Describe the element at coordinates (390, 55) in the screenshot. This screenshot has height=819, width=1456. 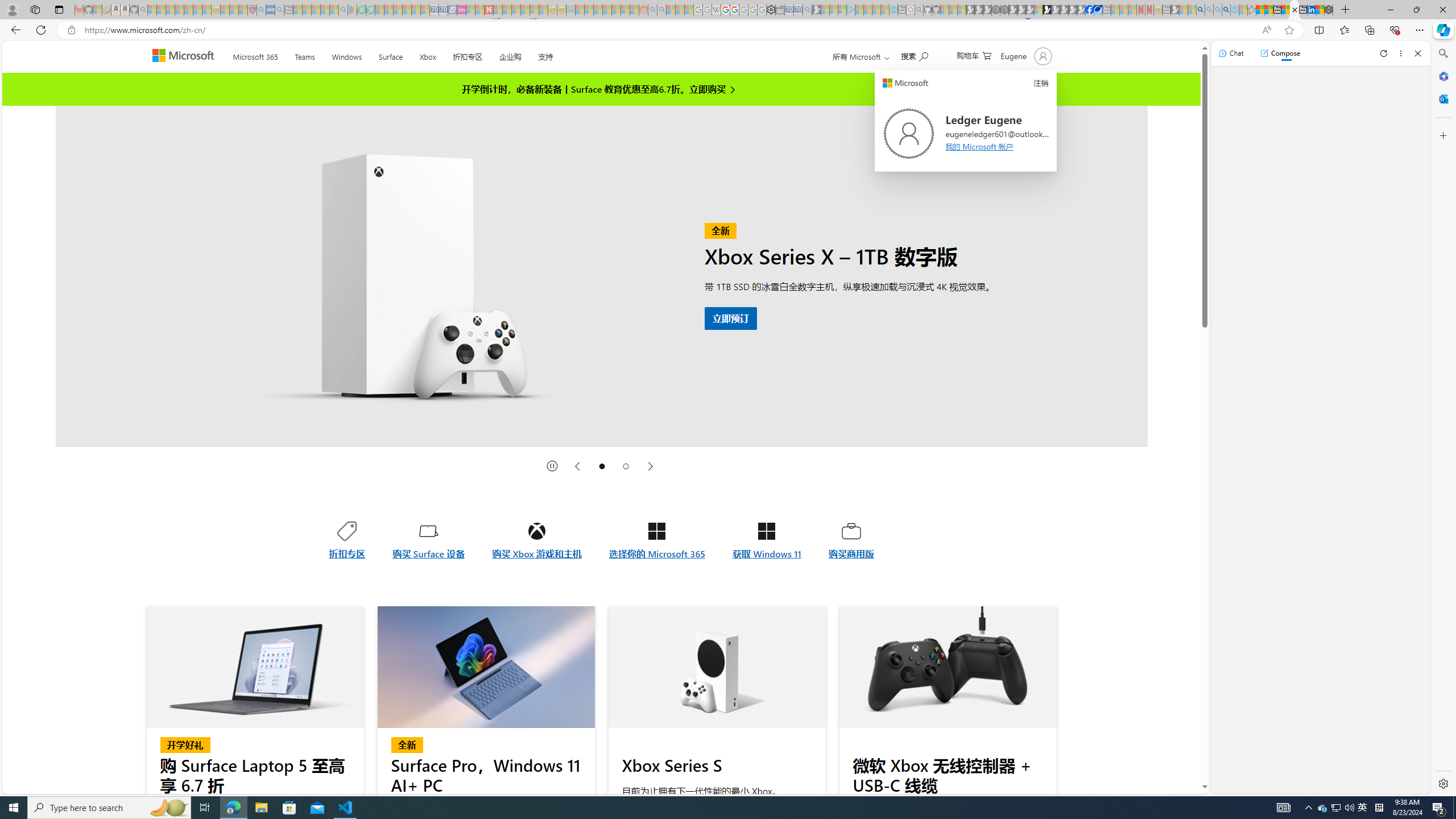
I see `'Surface'` at that location.